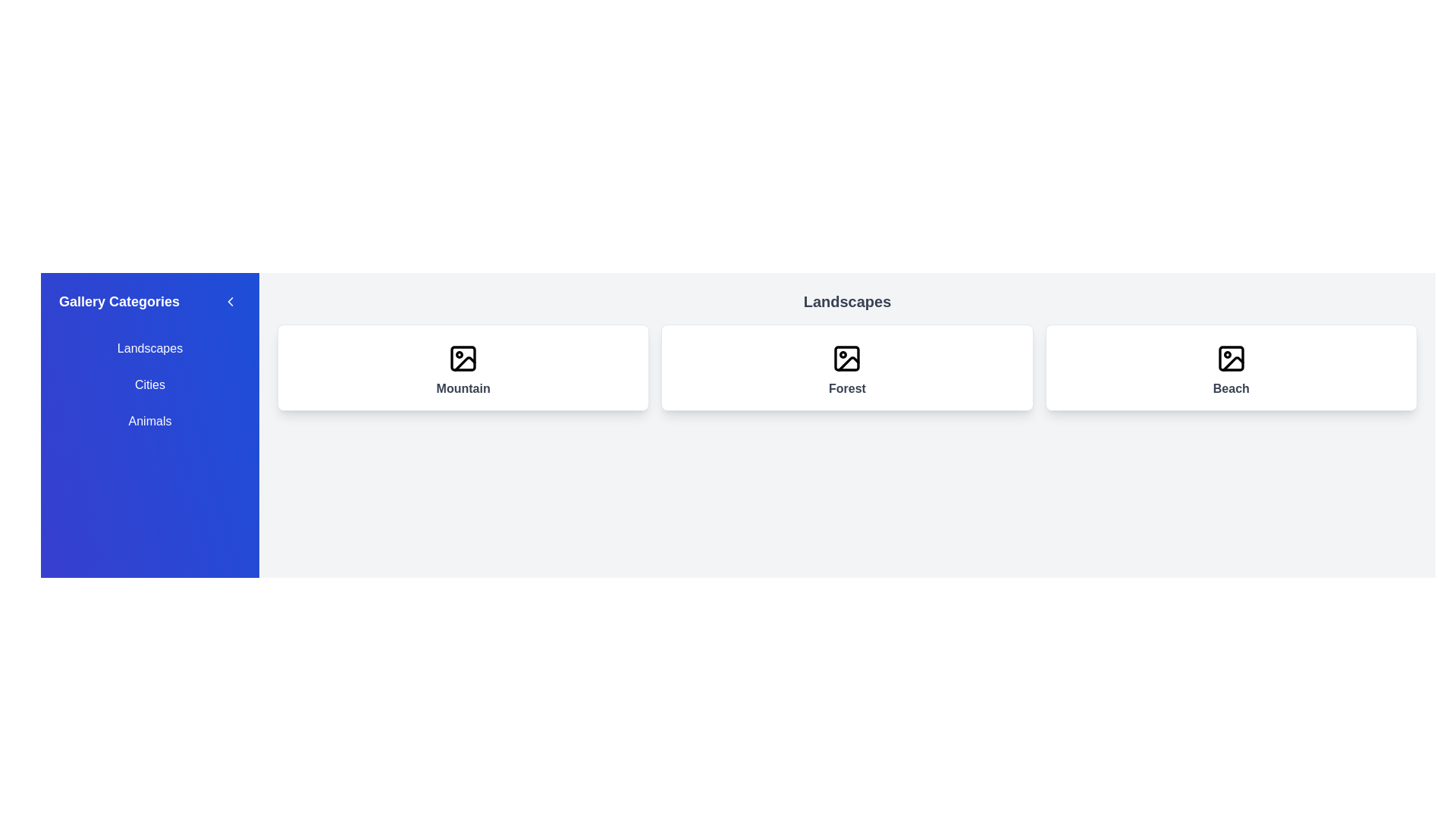  Describe the element at coordinates (1231, 359) in the screenshot. I see `the image icon representing a photograph, which is styled in a black line format and is centered within the 'Beach' card, the third card in the Landscapes category` at that location.